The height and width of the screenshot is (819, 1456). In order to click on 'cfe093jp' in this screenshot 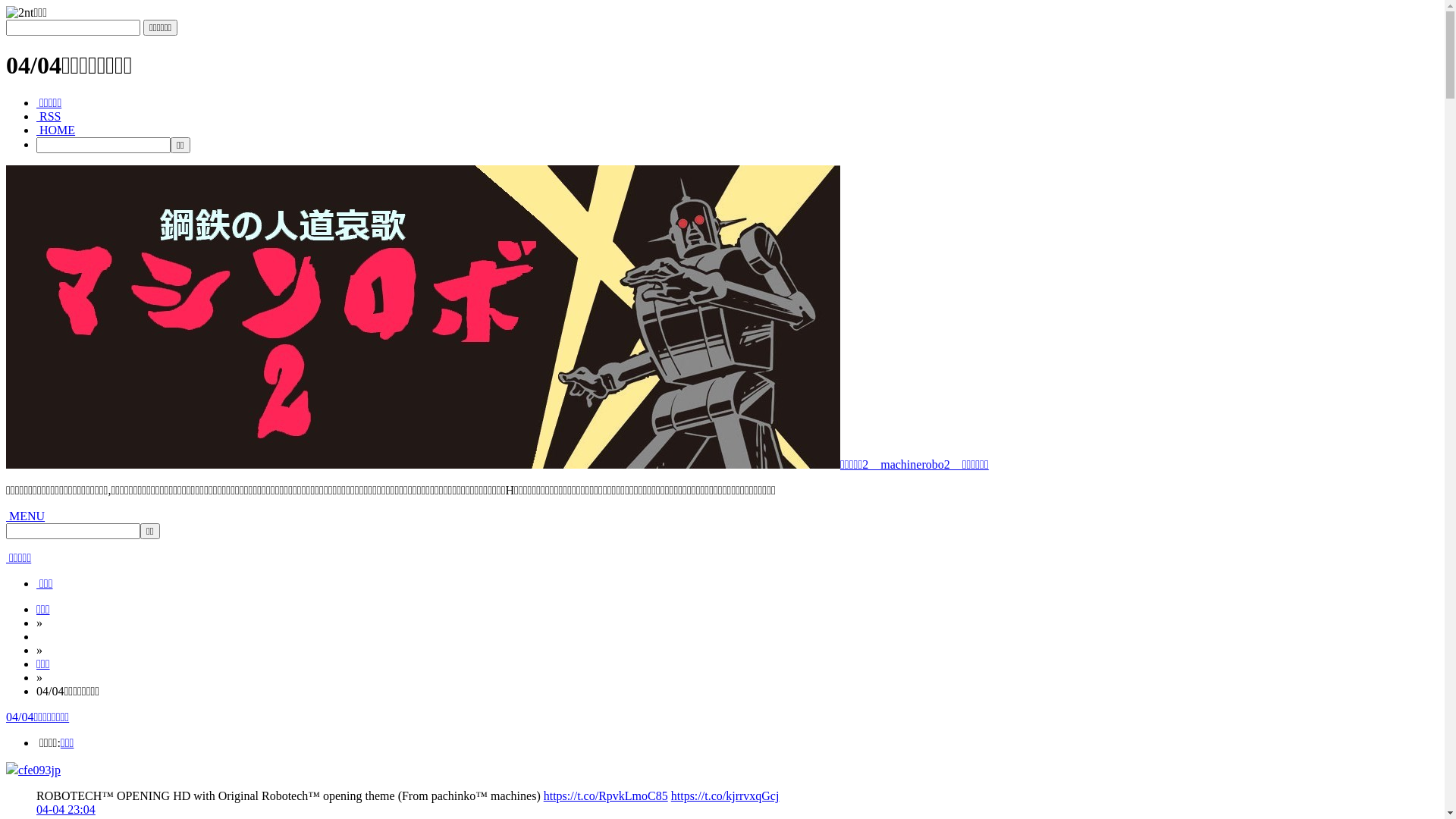, I will do `click(39, 770)`.